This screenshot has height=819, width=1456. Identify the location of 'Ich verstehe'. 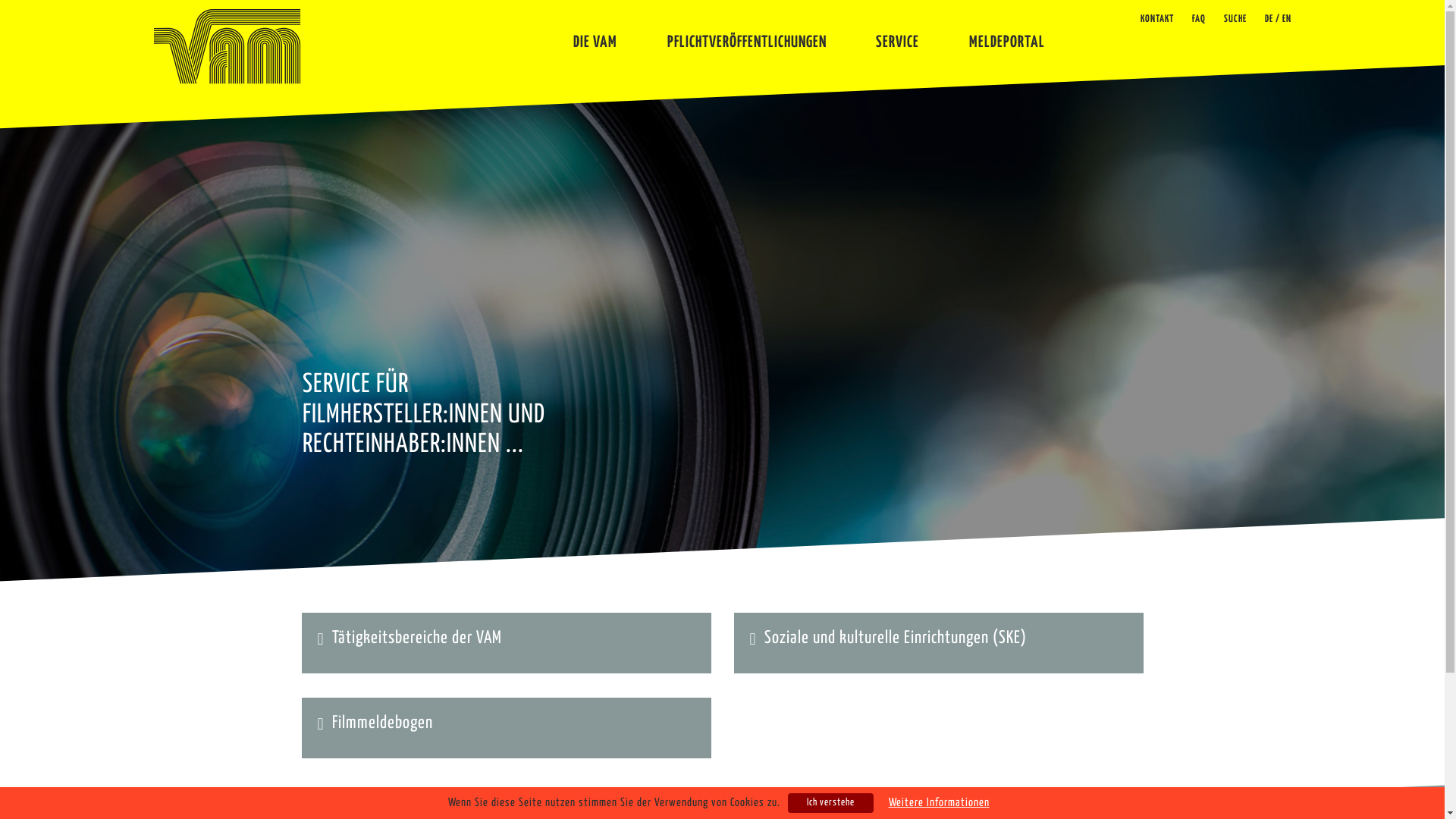
(829, 802).